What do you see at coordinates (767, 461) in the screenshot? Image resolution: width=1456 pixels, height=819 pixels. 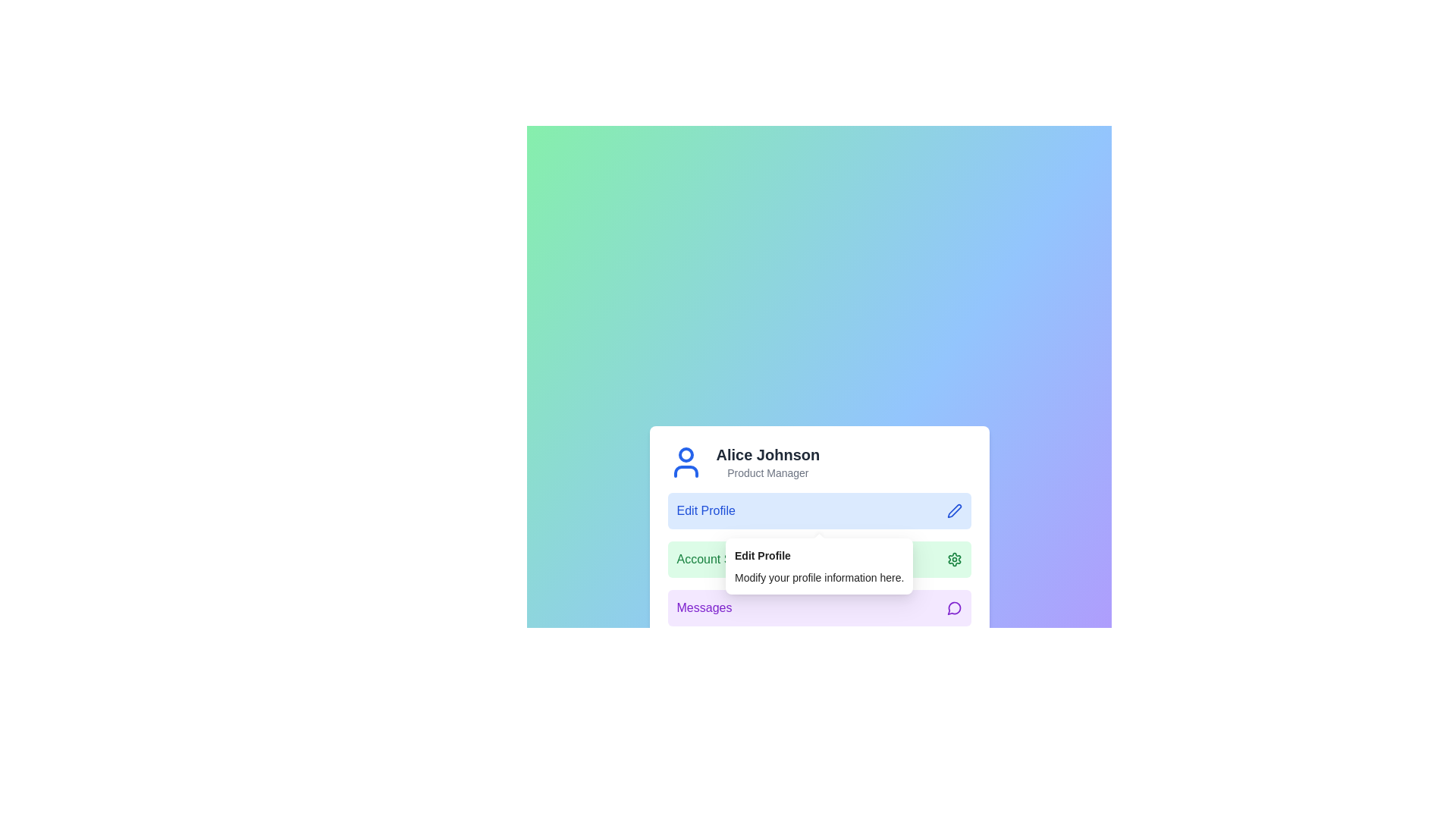 I see `the static text component displaying user-specific information, which is located in the upper section of a card-like UI next to the user profile icon` at bounding box center [767, 461].